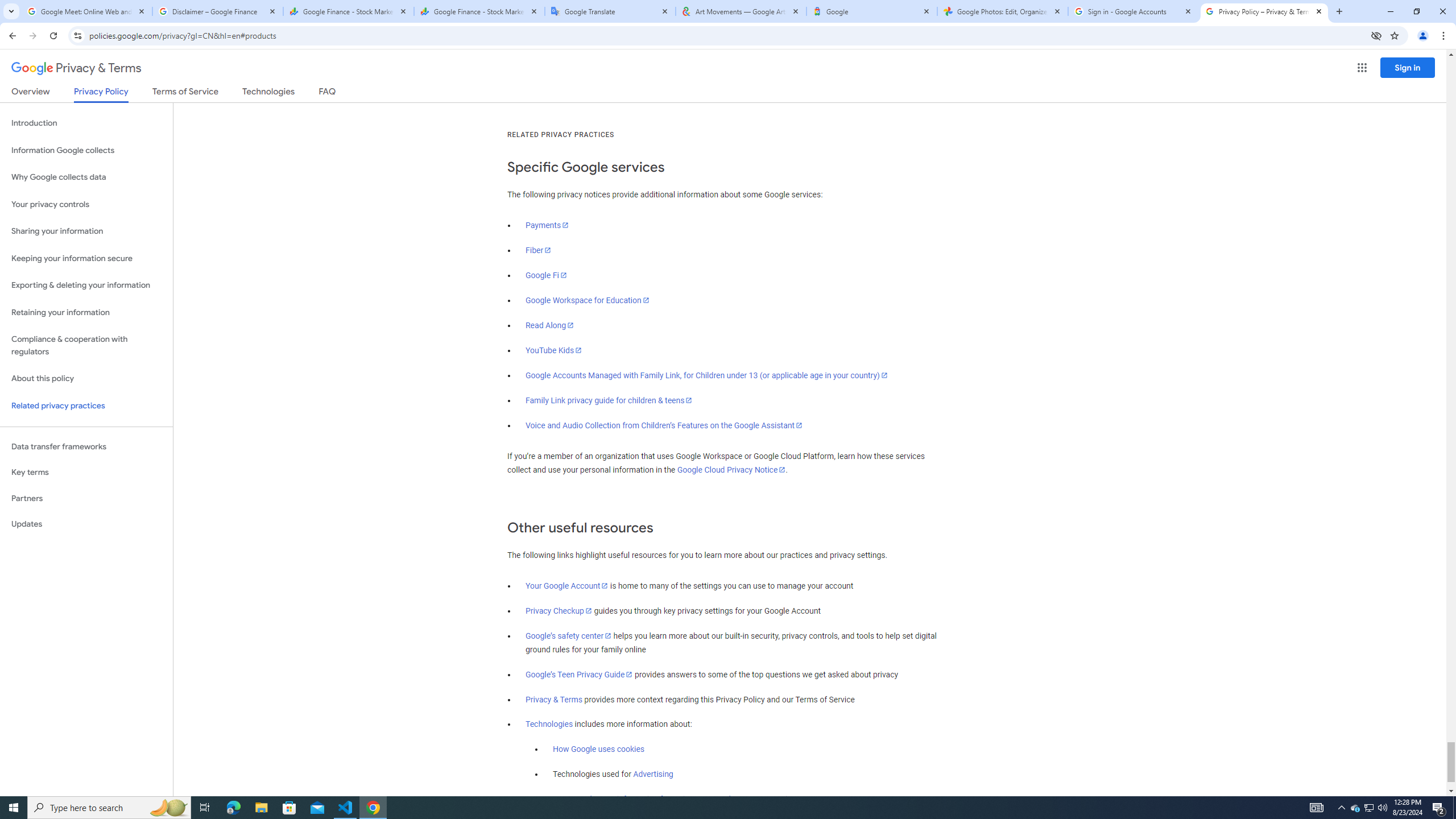 The height and width of the screenshot is (819, 1456). I want to click on 'Google Cloud Privacy Notice', so click(731, 469).